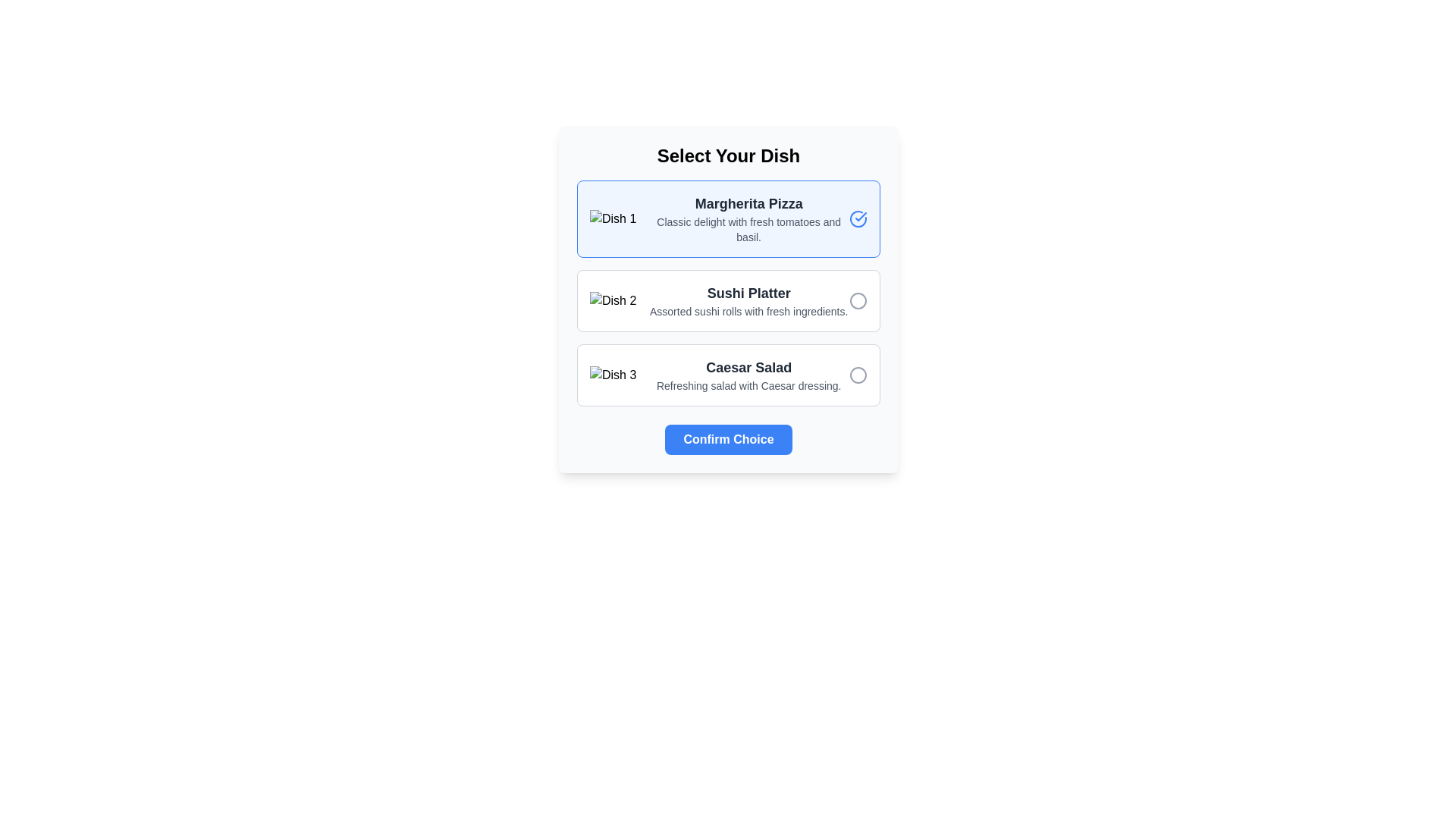 Image resolution: width=1456 pixels, height=819 pixels. Describe the element at coordinates (858, 375) in the screenshot. I see `the radio button-like icon indicating the selectable option for the 'Caesar Salad' item, located on the right-hand side of the option` at that location.